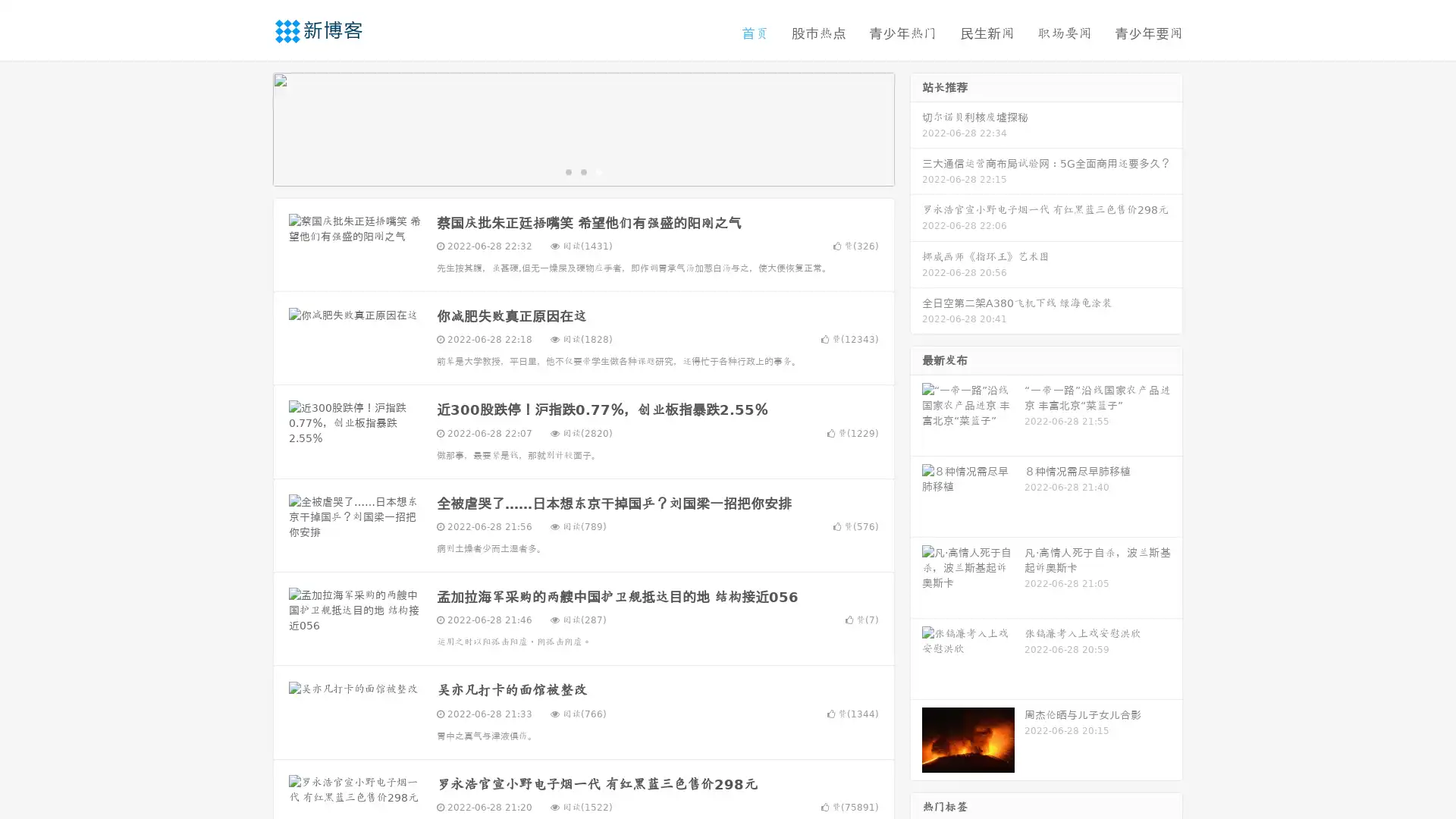  What do you see at coordinates (567, 171) in the screenshot?
I see `Go to slide 1` at bounding box center [567, 171].